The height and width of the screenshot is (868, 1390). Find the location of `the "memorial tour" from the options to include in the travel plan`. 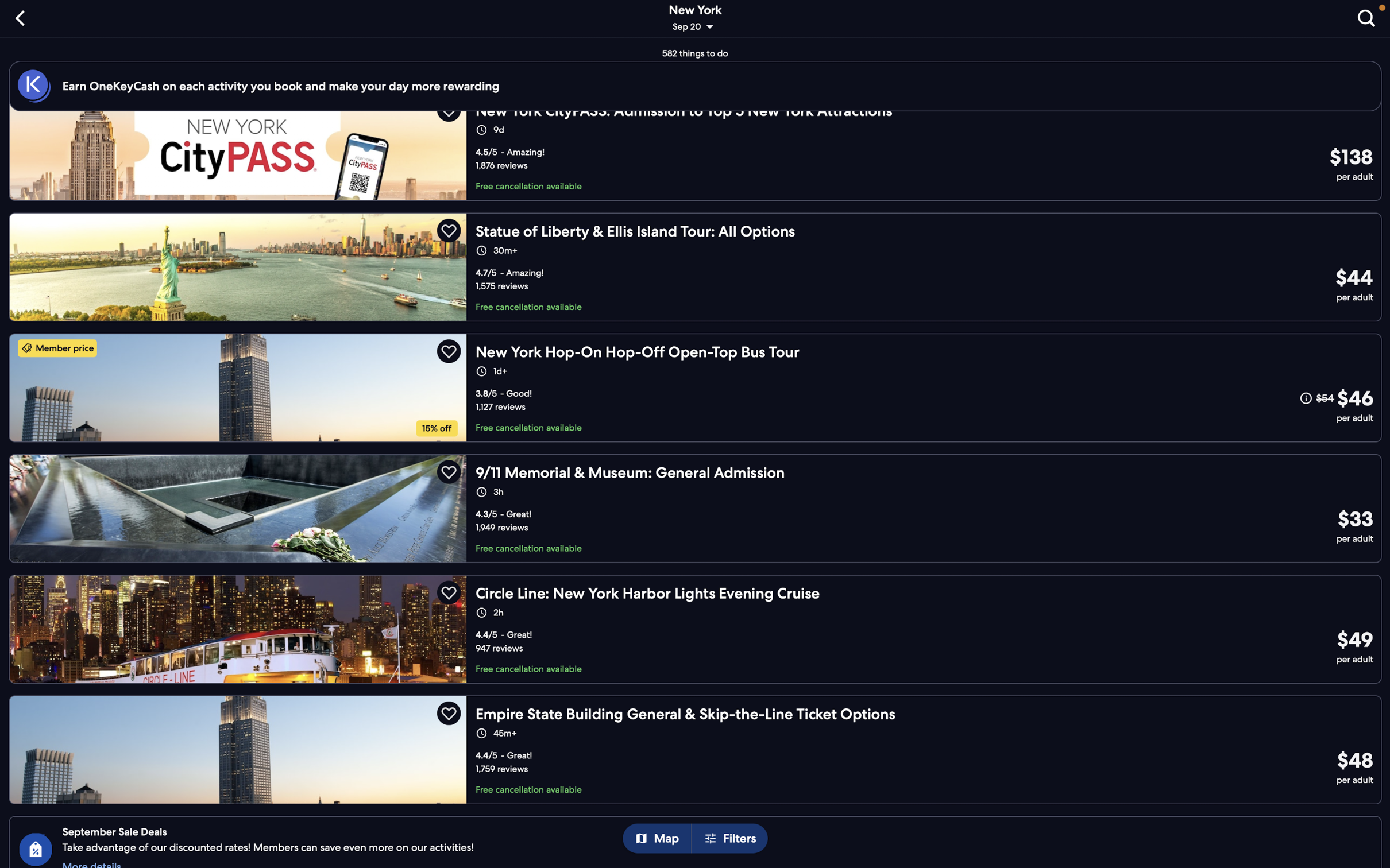

the "memorial tour" from the options to include in the travel plan is located at coordinates (695, 507).